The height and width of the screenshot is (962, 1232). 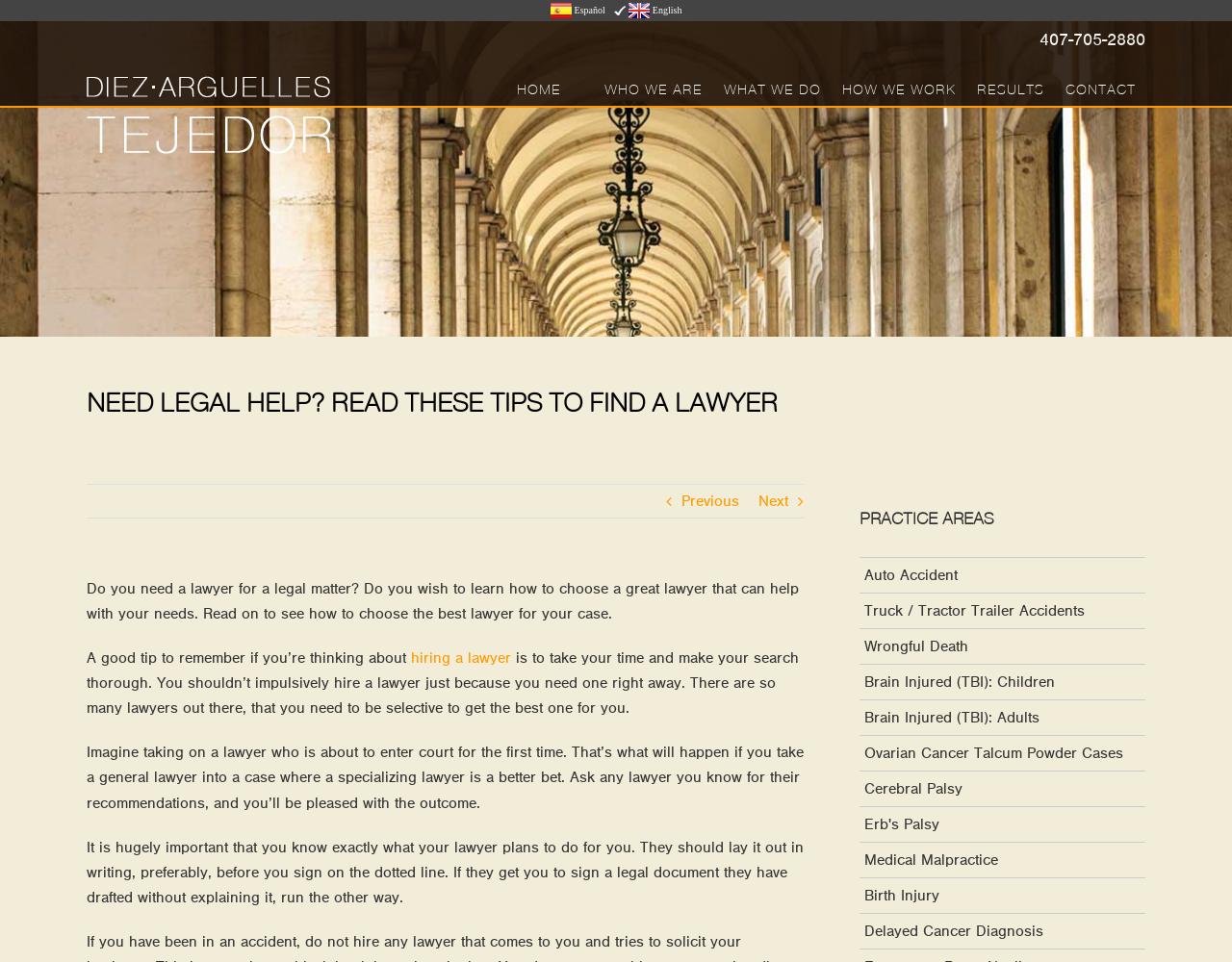 I want to click on 'Delayed Cancer', so click(x=490, y=449).